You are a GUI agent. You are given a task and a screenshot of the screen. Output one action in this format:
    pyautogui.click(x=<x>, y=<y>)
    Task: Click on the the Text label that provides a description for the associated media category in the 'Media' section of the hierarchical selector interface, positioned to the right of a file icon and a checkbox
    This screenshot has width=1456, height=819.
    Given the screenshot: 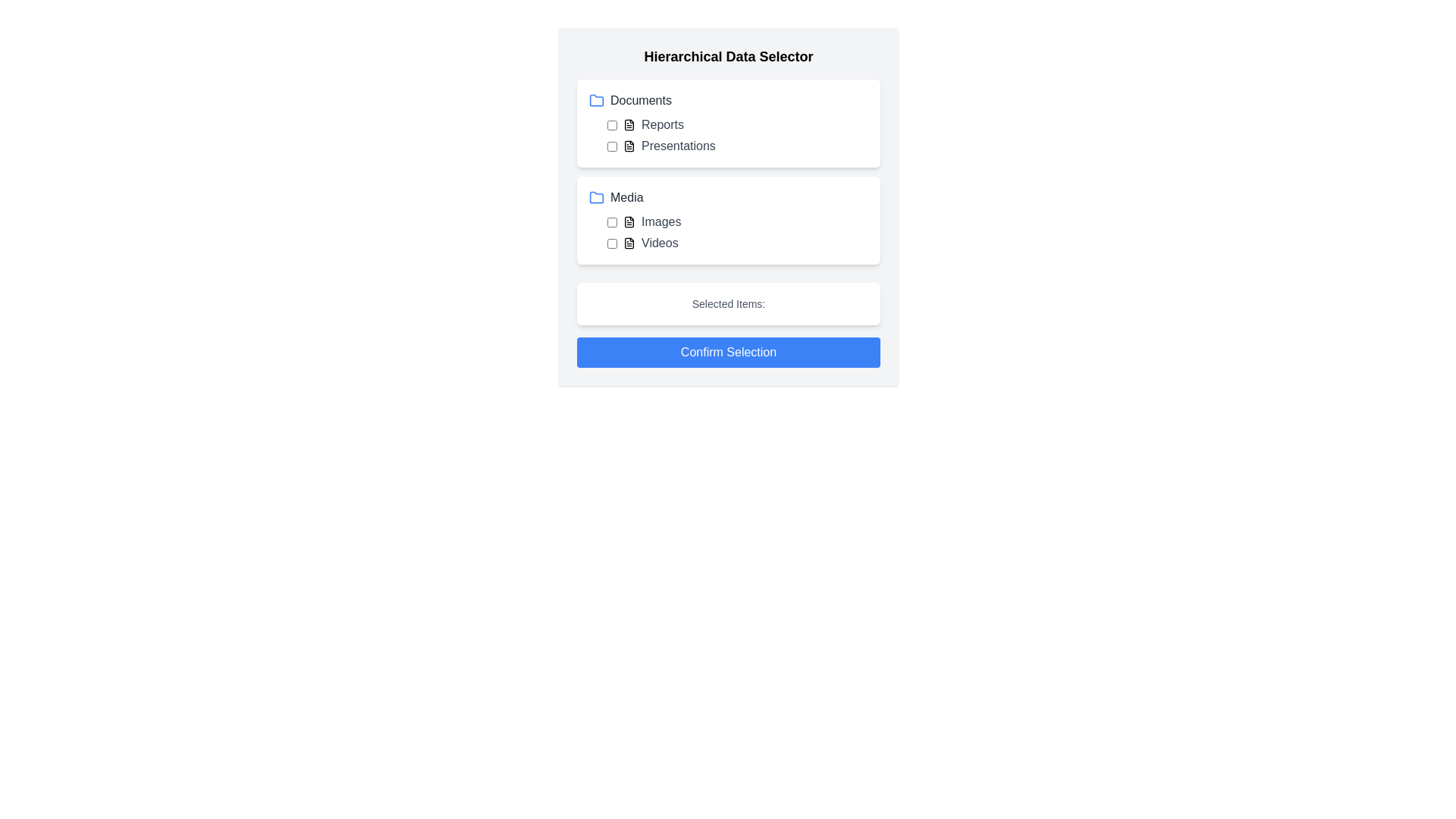 What is the action you would take?
    pyautogui.click(x=661, y=222)
    